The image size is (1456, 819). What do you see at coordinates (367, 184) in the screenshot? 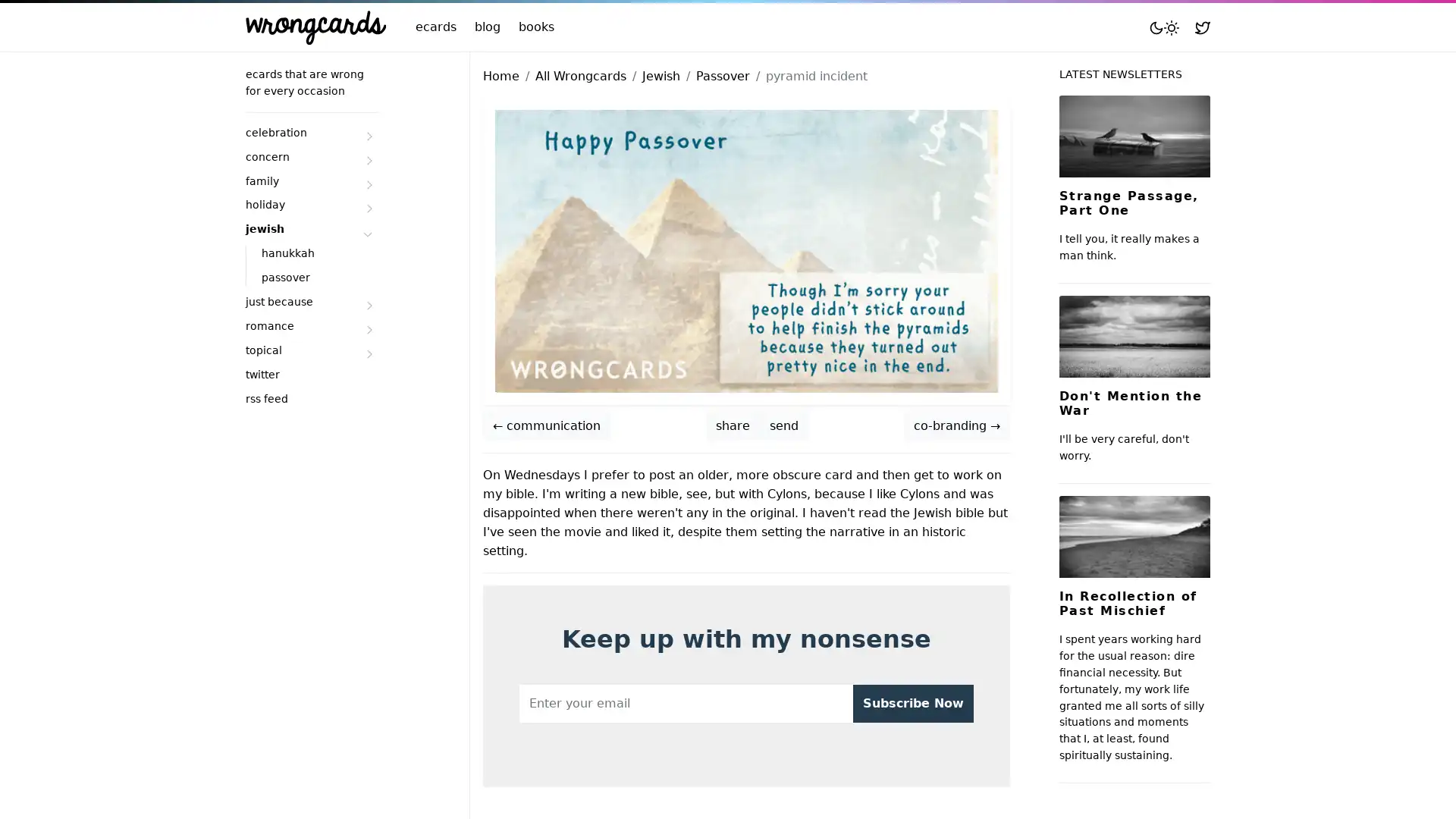
I see `Submenu` at bounding box center [367, 184].